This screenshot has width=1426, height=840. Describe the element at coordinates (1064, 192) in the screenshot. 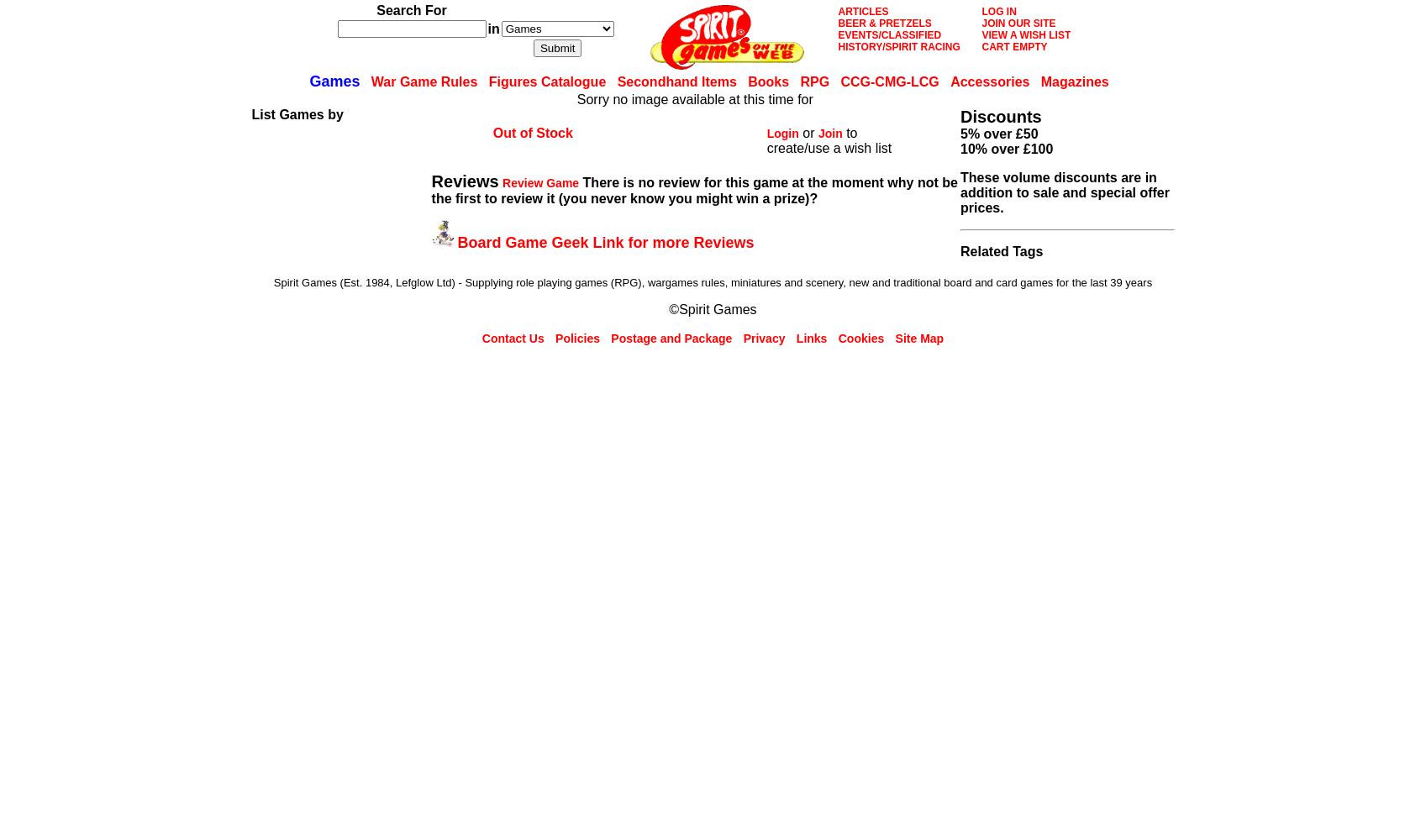

I see `'These volume discounts are in addition to sale and special offer prices.'` at that location.